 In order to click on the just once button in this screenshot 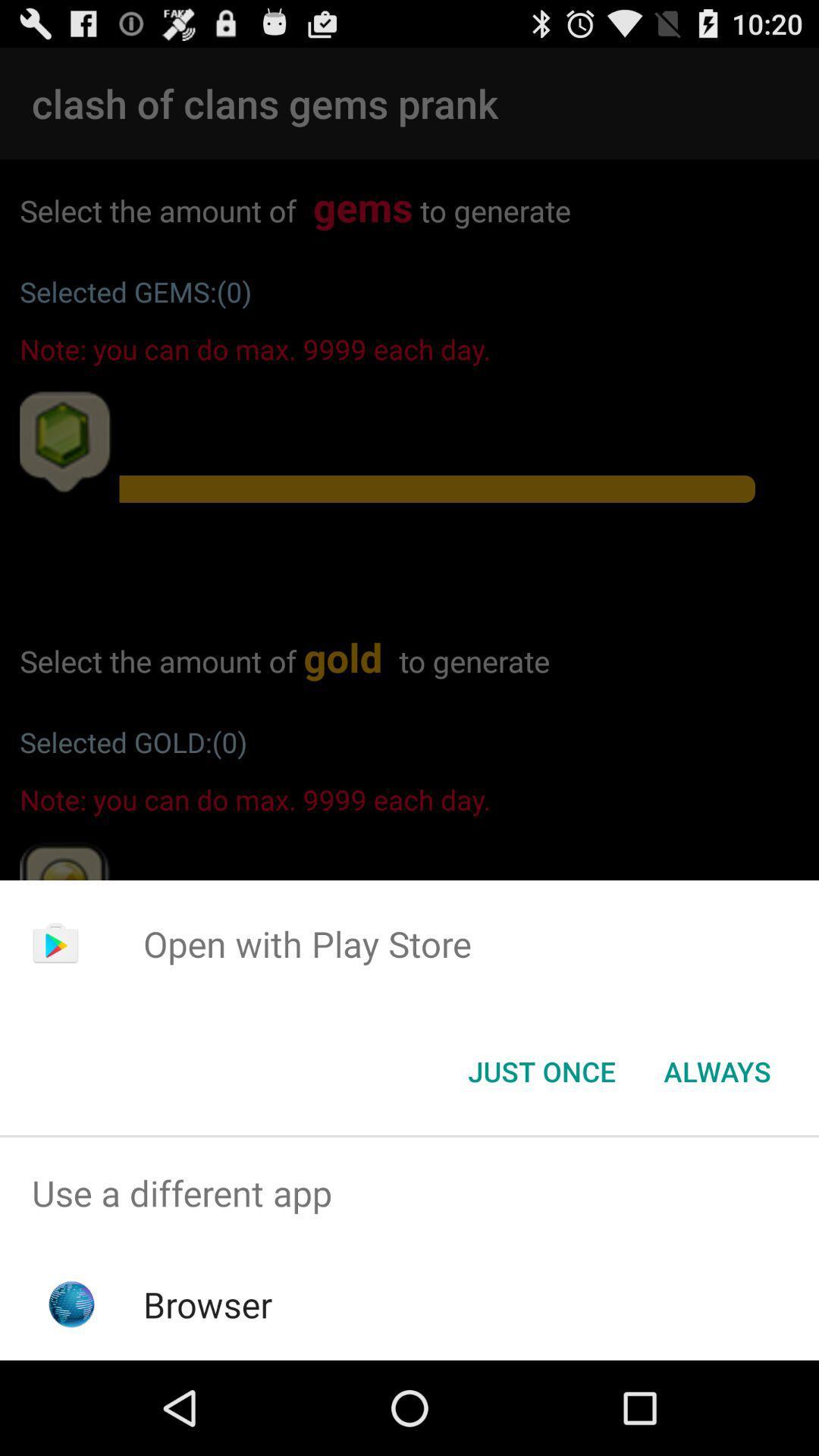, I will do `click(541, 1070)`.